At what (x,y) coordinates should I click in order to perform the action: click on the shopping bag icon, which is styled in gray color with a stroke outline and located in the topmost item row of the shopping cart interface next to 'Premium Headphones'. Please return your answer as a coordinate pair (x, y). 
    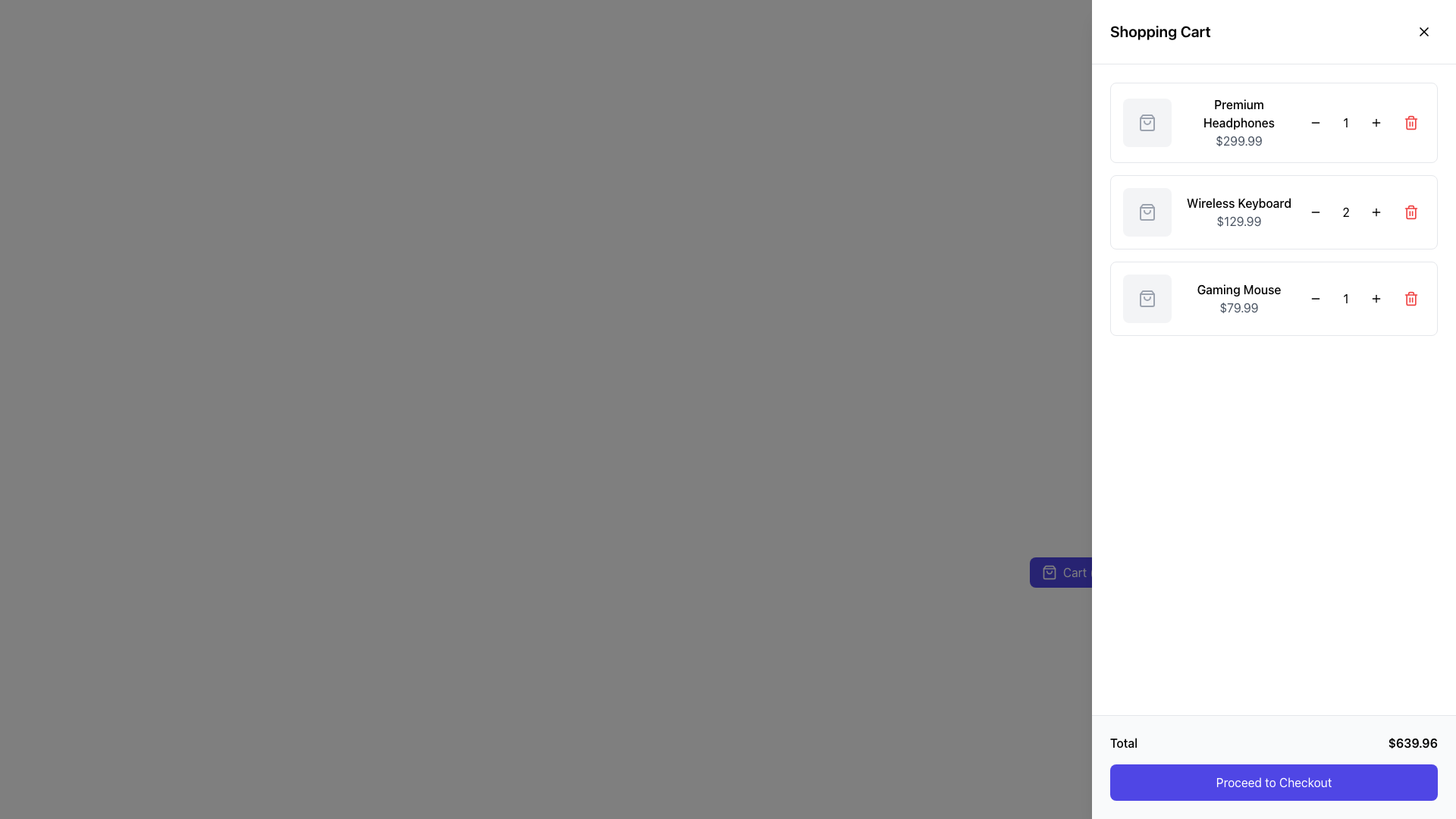
    Looking at the image, I should click on (1147, 122).